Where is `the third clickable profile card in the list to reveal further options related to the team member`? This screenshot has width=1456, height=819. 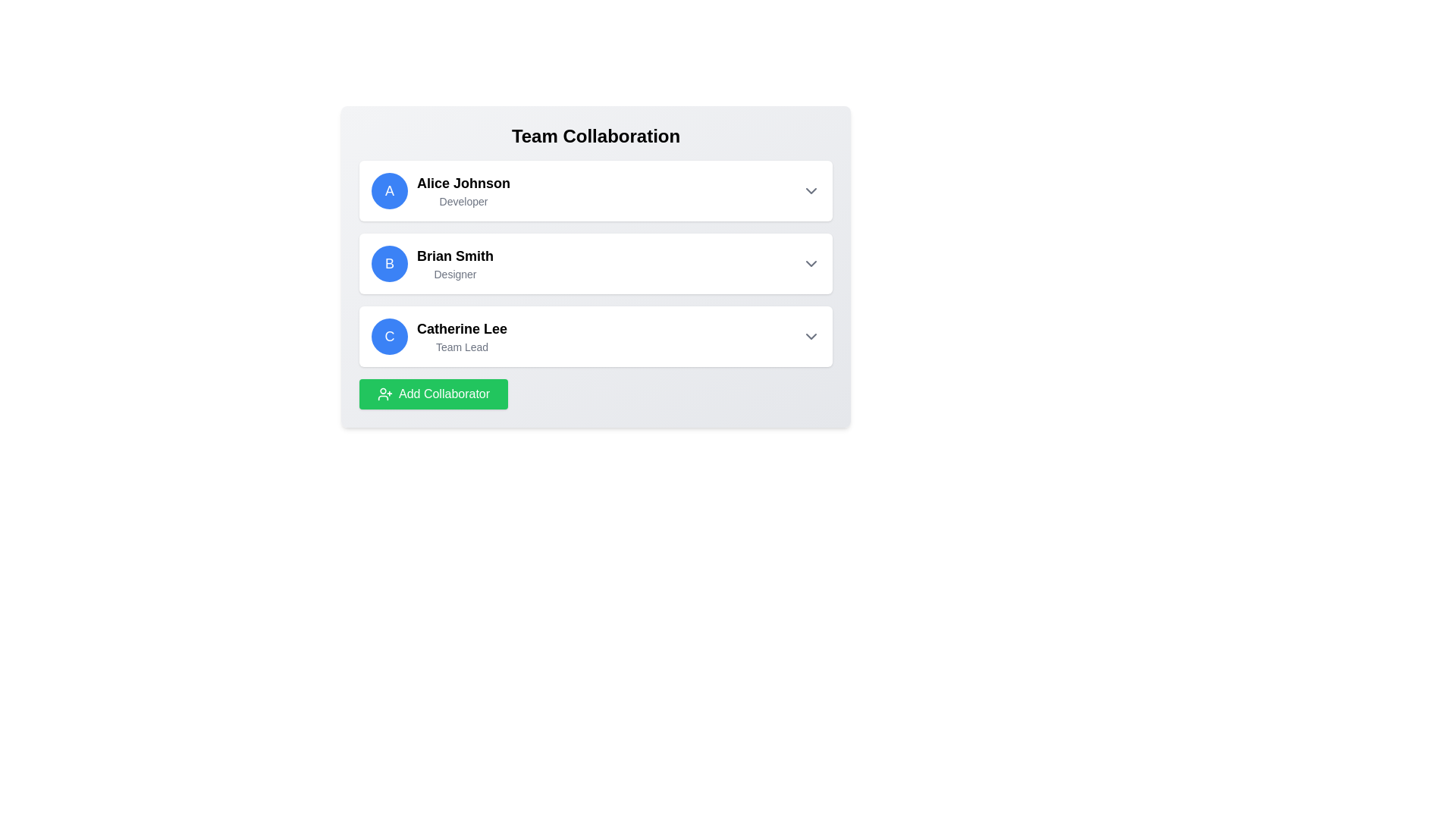
the third clickable profile card in the list to reveal further options related to the team member is located at coordinates (595, 335).